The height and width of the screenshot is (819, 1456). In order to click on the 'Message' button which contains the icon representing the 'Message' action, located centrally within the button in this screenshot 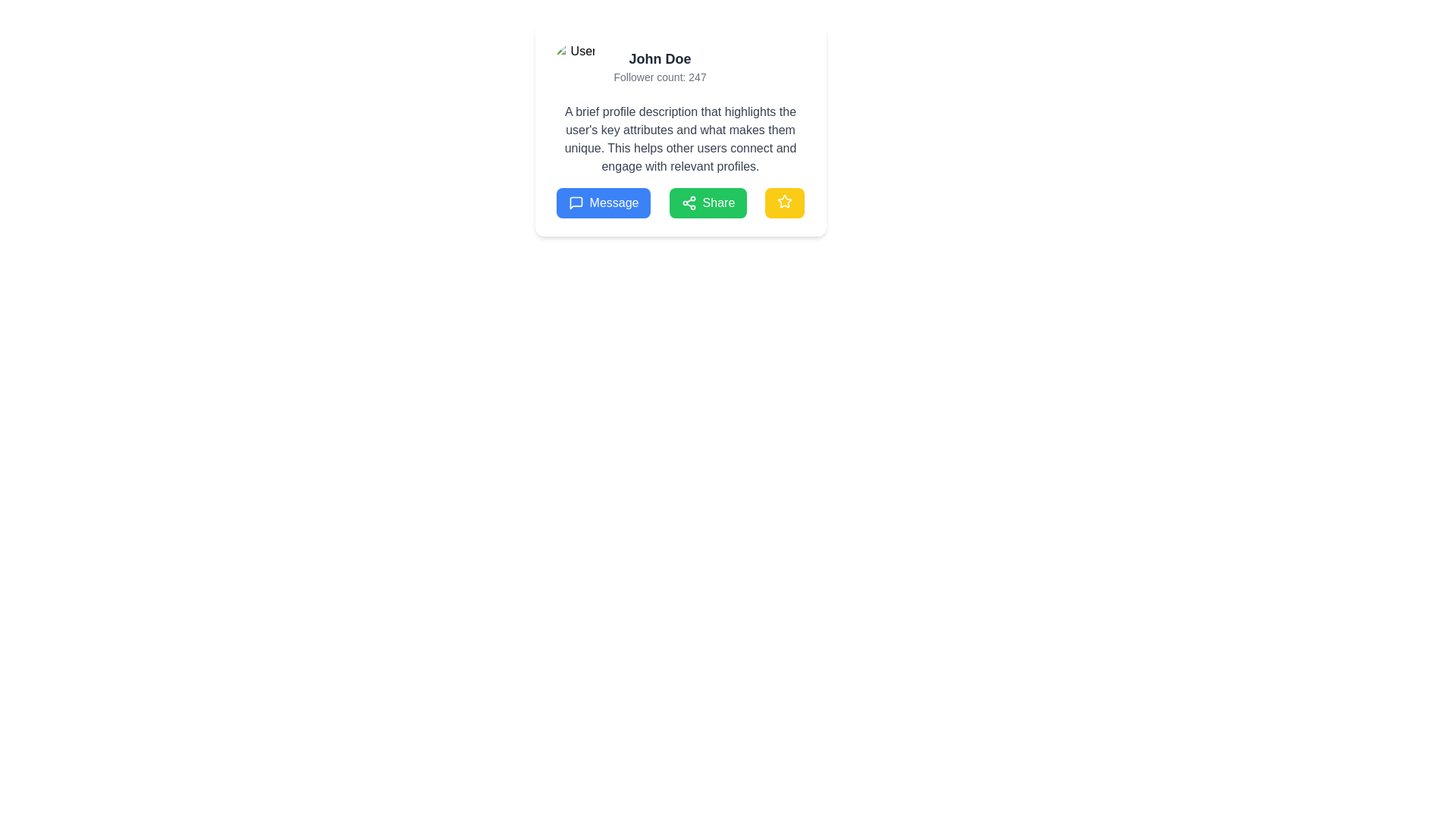, I will do `click(575, 202)`.